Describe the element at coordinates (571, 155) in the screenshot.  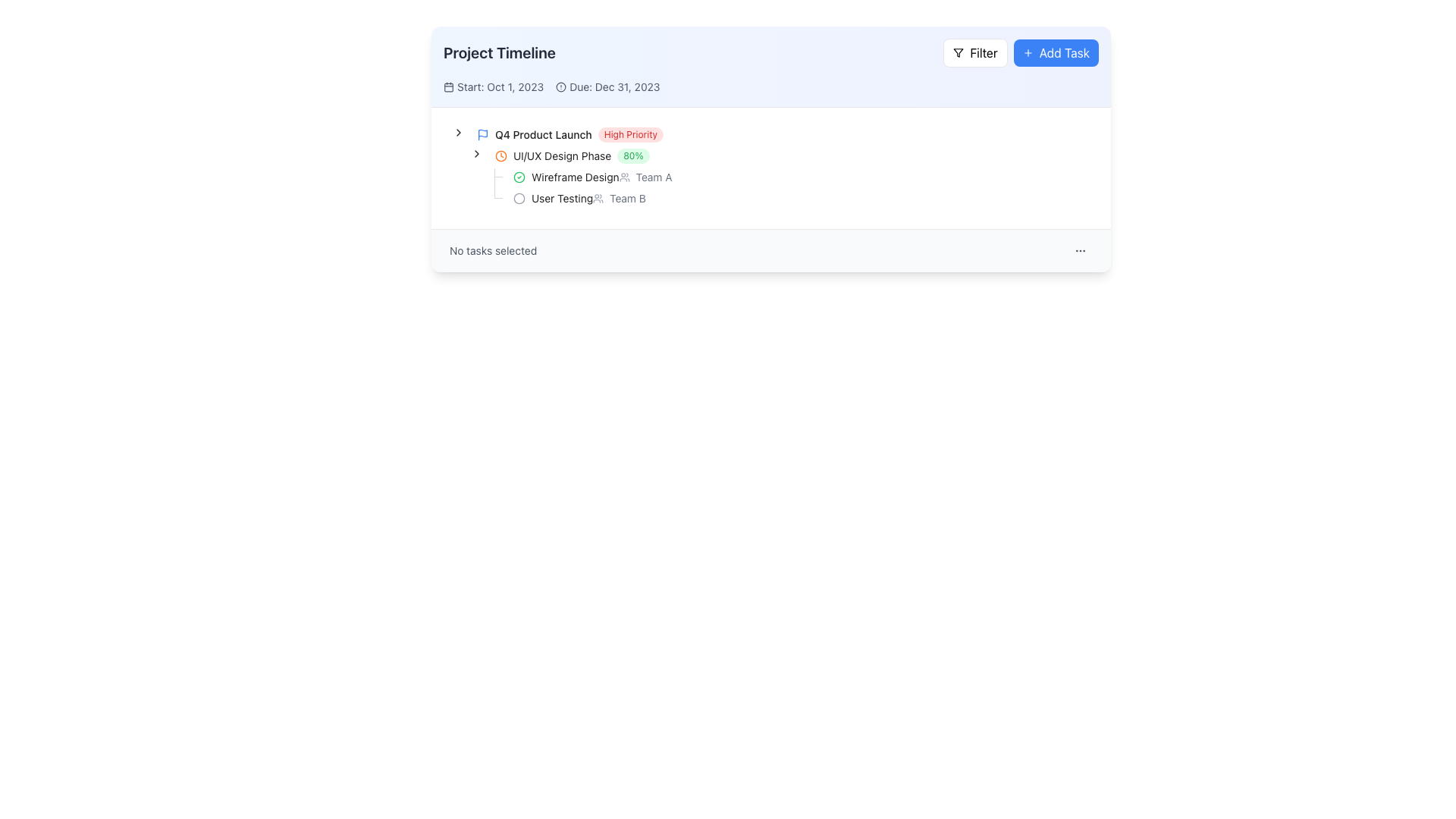
I see `the text 'UI/UX Design Phase'` at that location.